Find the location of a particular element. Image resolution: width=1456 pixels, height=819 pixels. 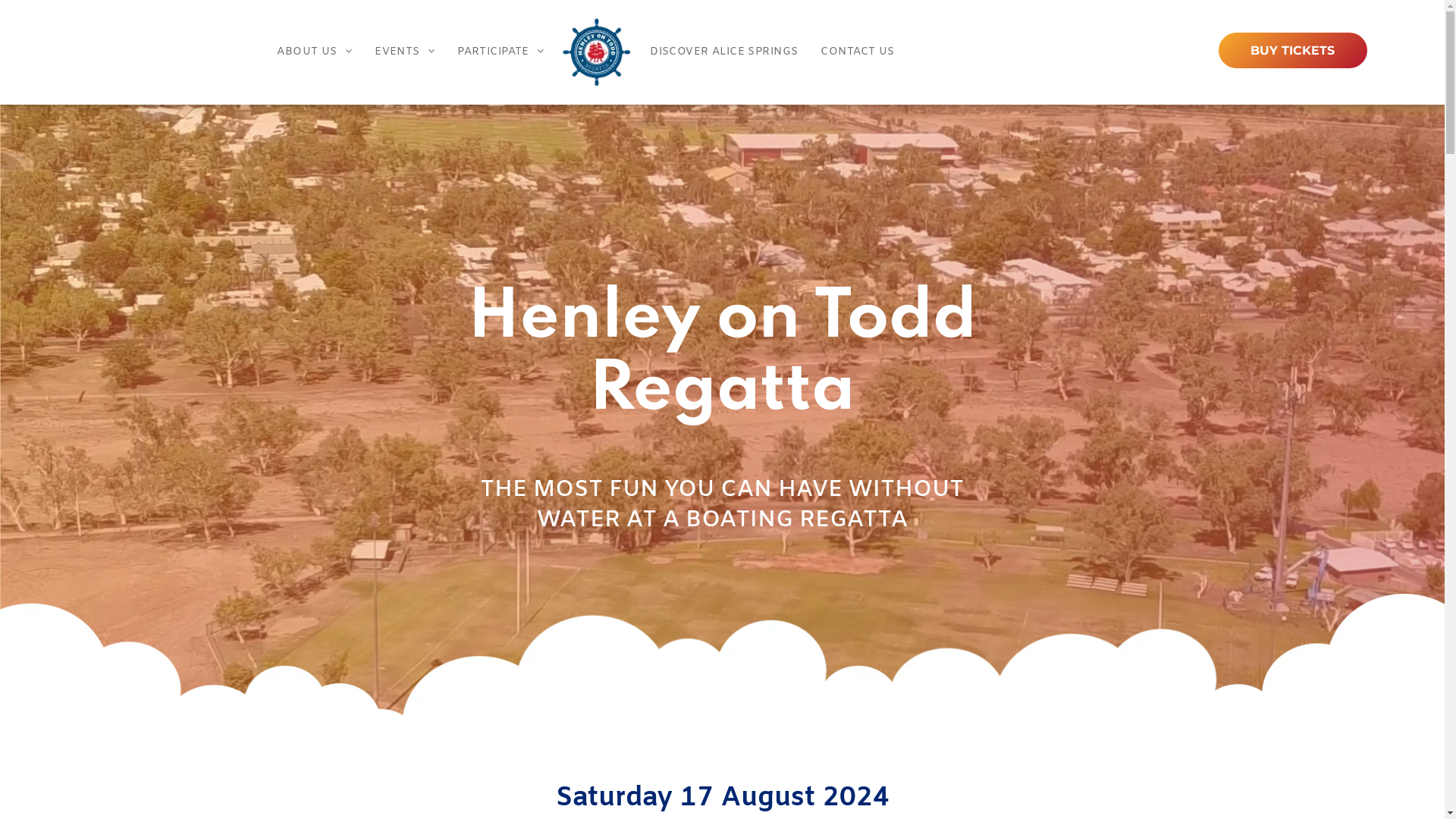

'ABOUT US' is located at coordinates (313, 52).